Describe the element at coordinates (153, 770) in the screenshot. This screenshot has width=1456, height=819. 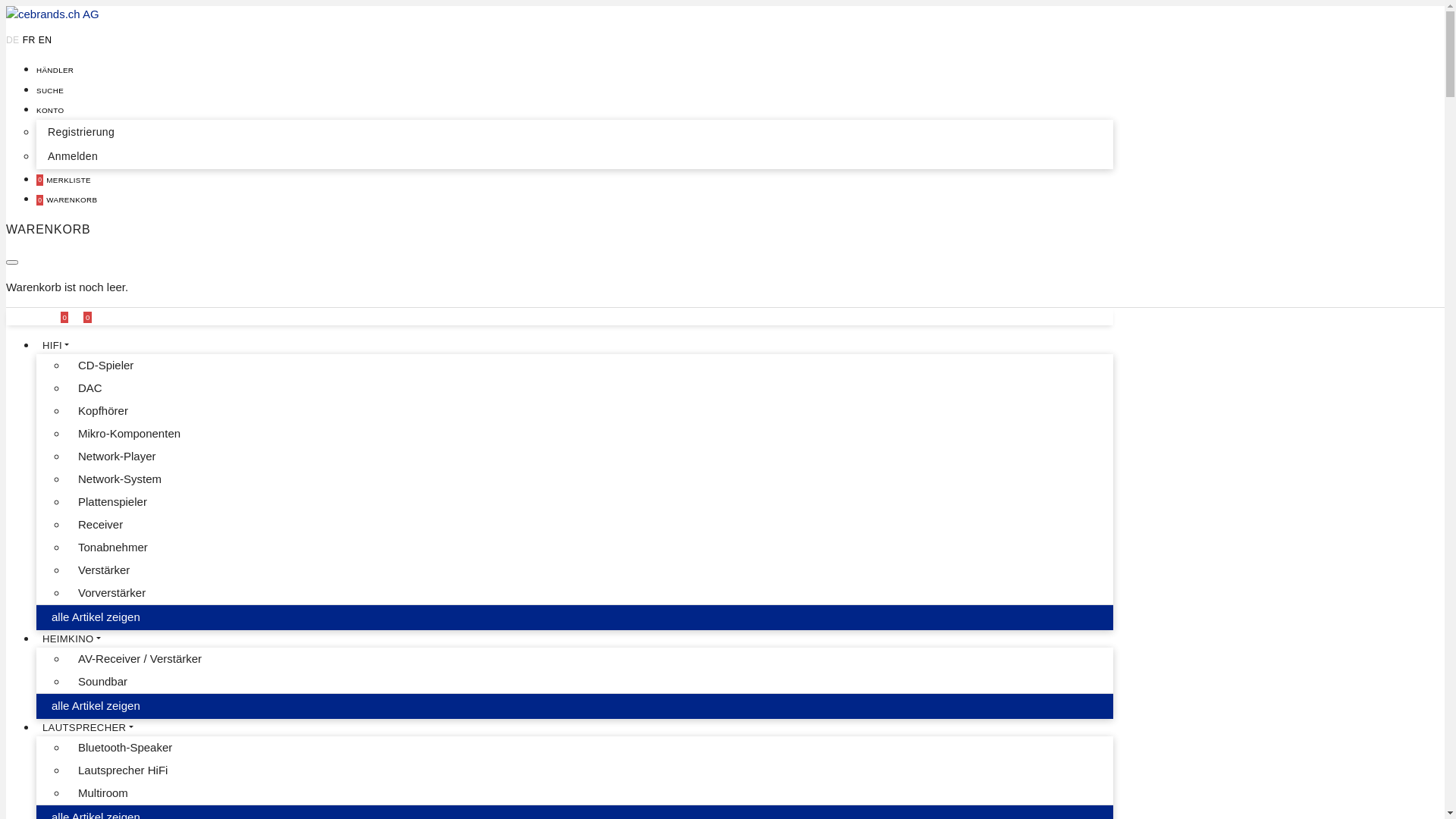
I see `'Lautsprecher HiFi'` at that location.